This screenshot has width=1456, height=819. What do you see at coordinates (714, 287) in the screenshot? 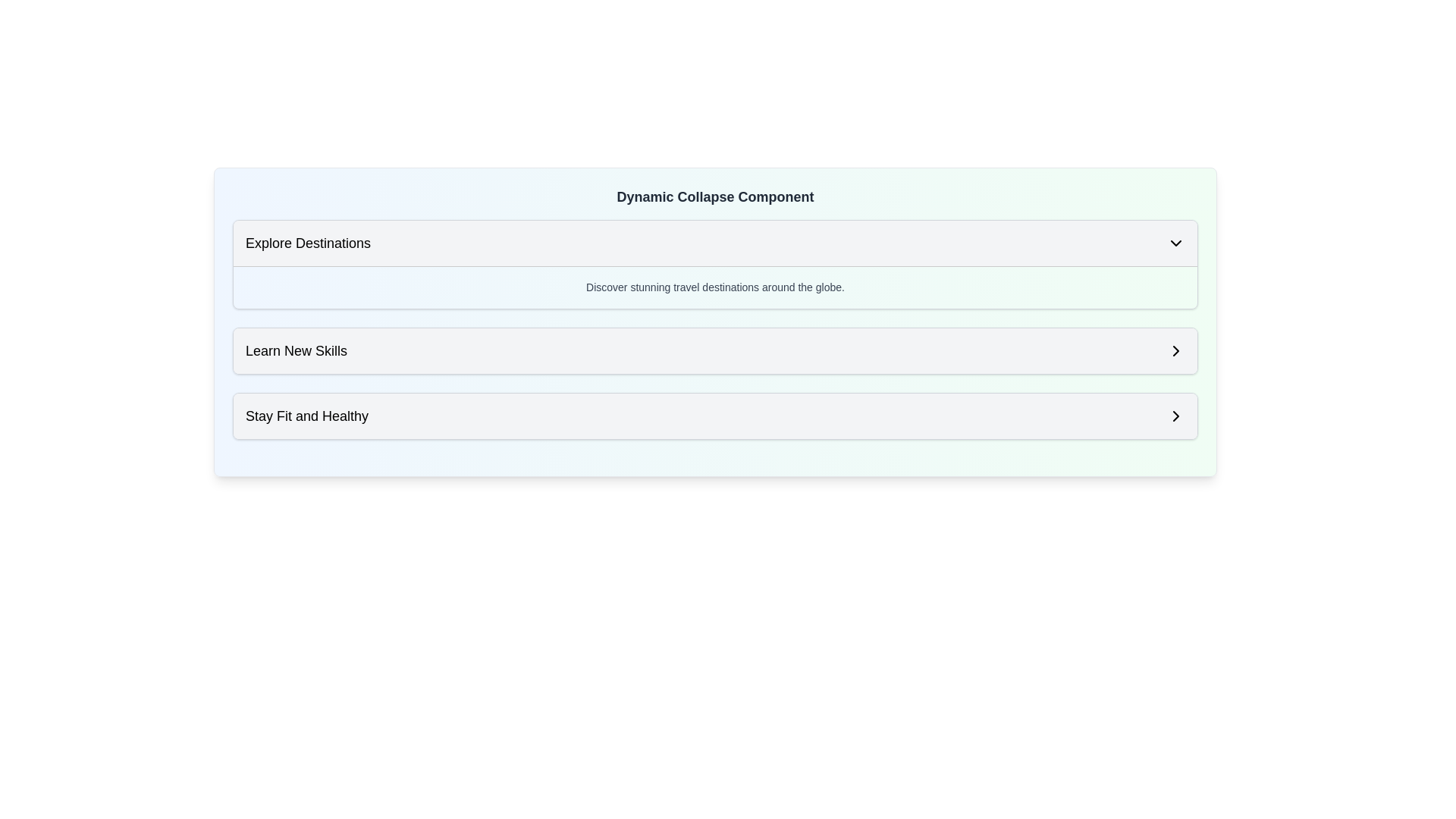
I see `text from the text block containing 'Discover stunning travel destinations around the globe.' located below the 'Explore Destinations' header` at bounding box center [714, 287].